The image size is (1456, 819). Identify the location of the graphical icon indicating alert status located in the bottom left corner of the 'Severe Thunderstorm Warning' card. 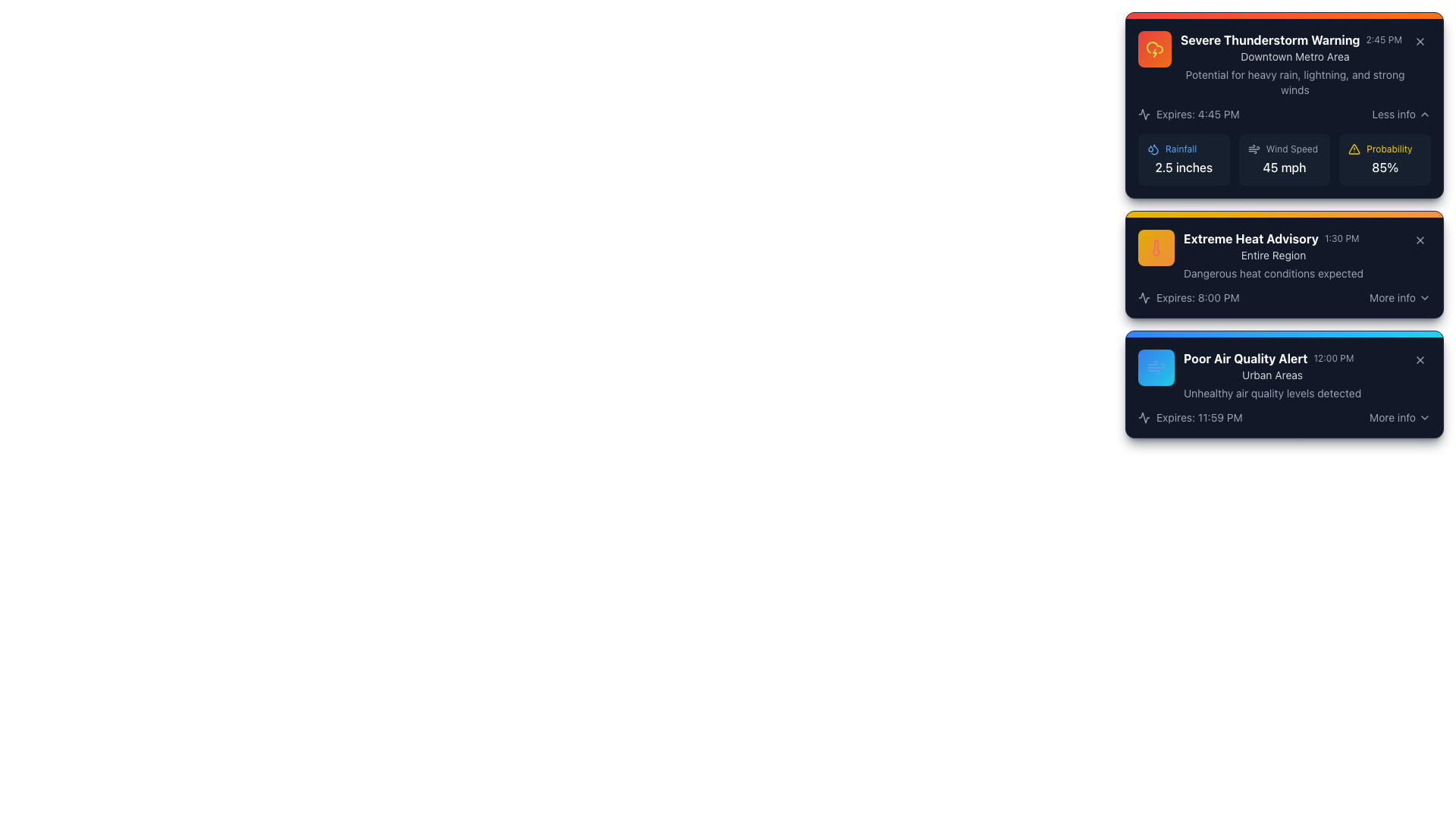
(1144, 298).